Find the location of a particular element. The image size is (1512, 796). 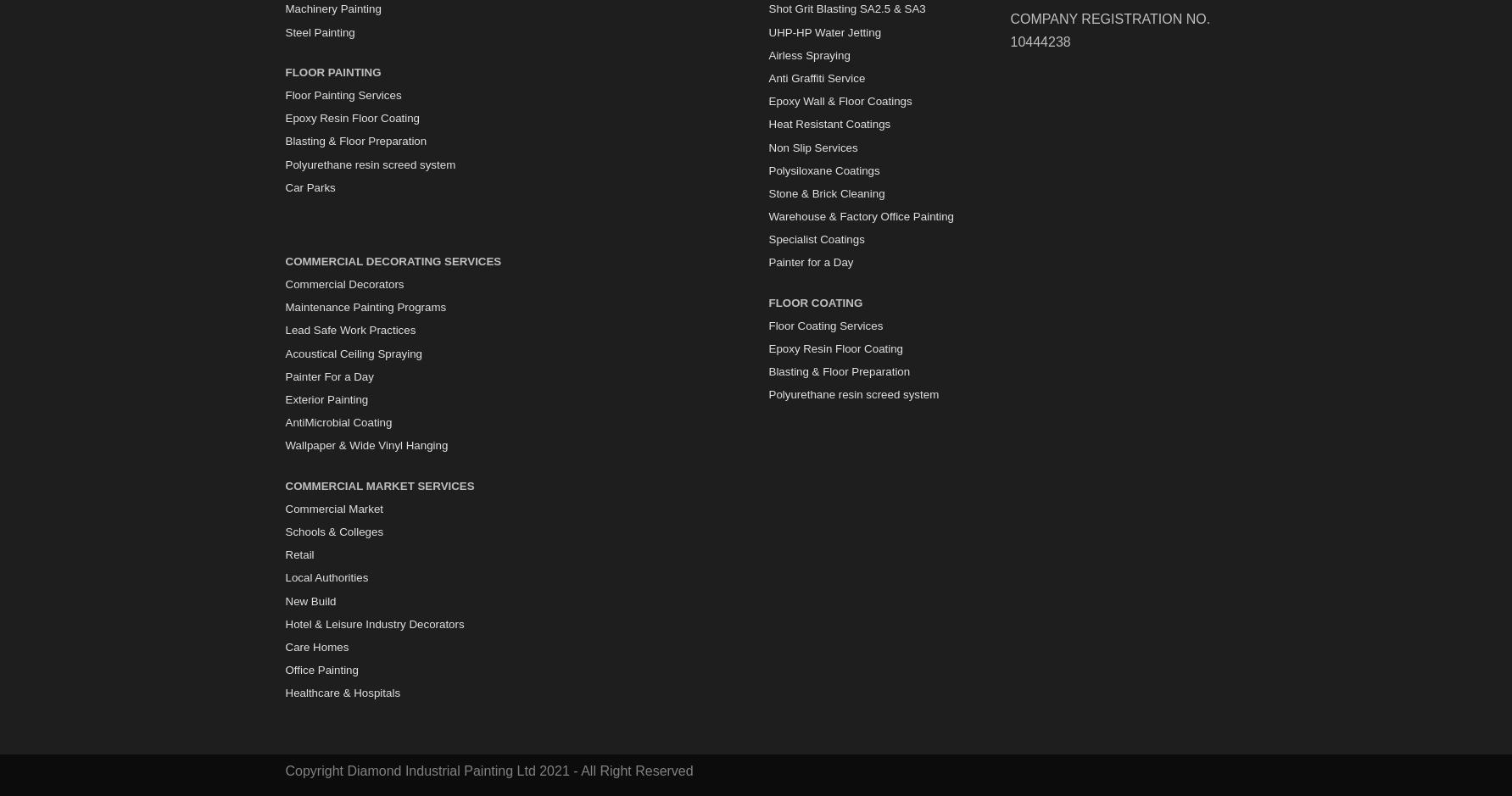

'AntiMicrobial Coating' is located at coordinates (338, 421).